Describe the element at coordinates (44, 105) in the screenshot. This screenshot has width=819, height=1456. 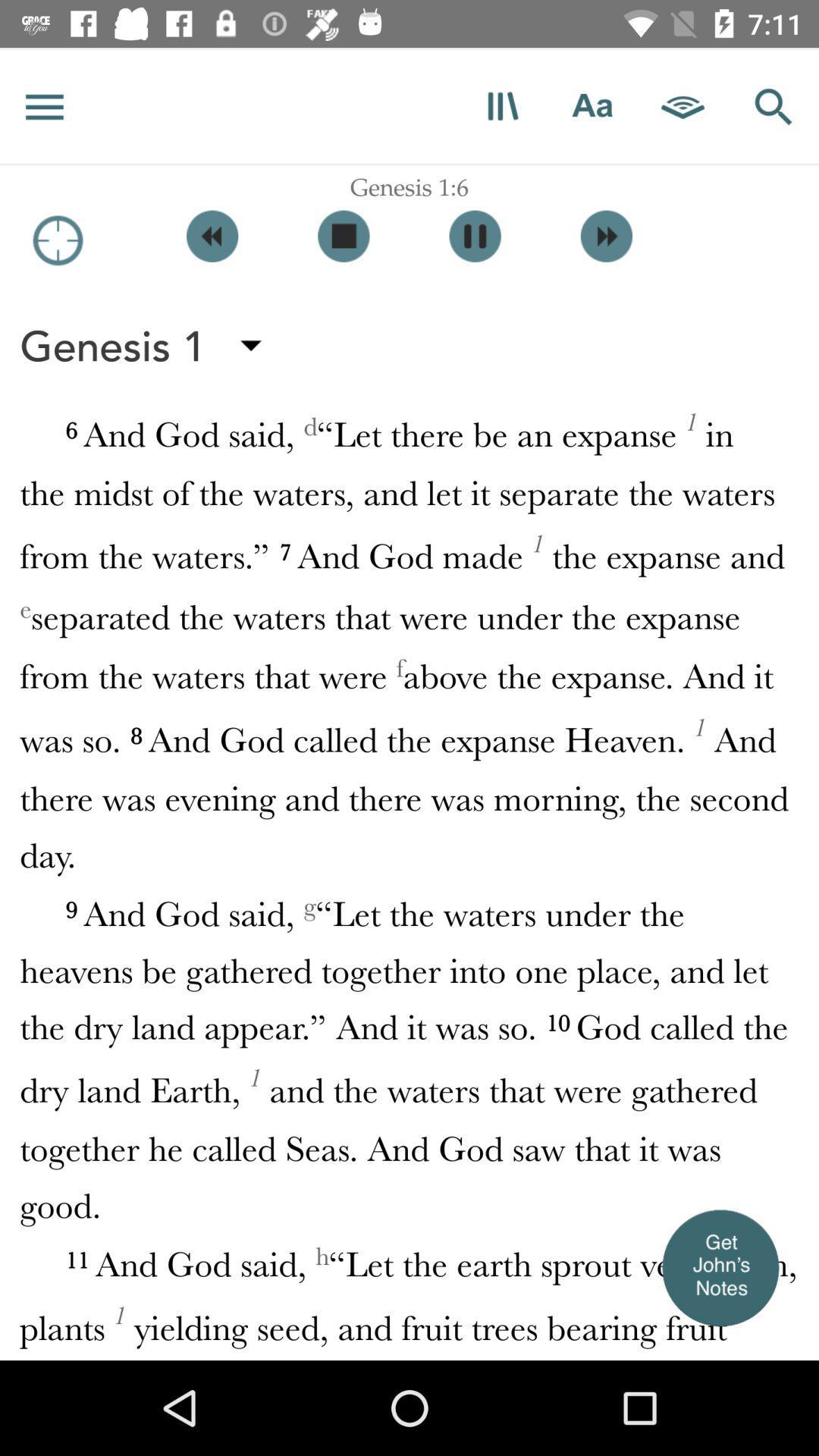
I see `more options` at that location.